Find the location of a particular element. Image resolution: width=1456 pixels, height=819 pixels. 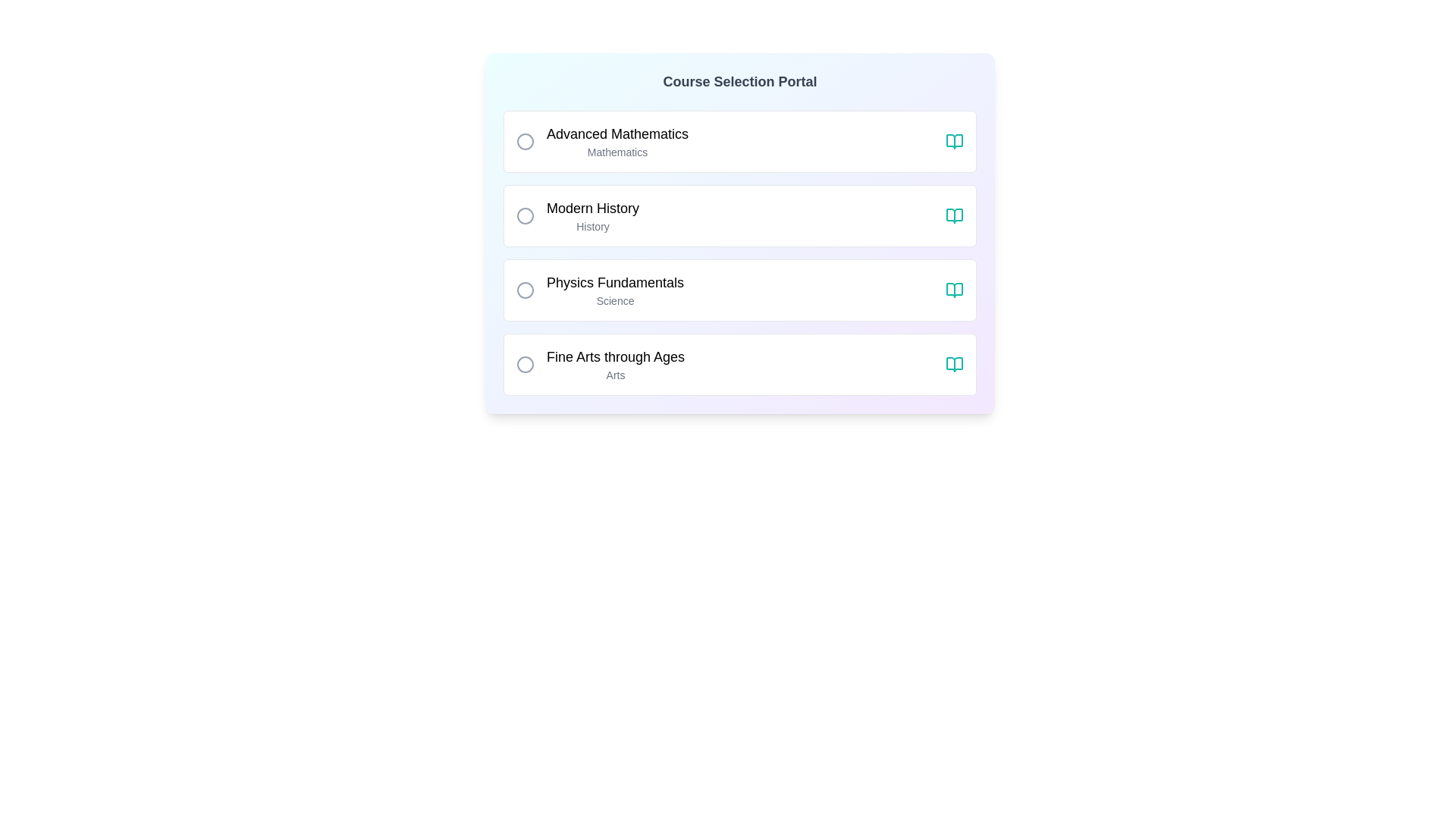

the 'Advanced Mathematics' selectable list item is located at coordinates (601, 141).